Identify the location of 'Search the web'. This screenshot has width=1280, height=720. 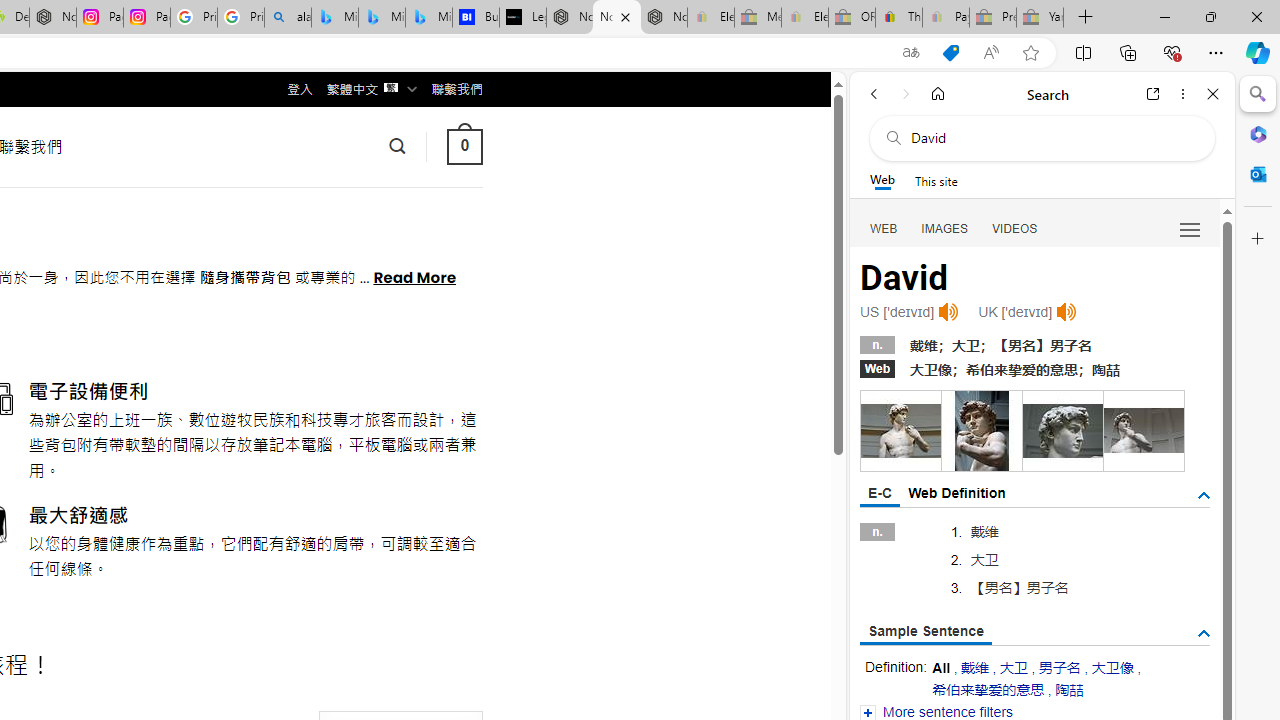
(1051, 137).